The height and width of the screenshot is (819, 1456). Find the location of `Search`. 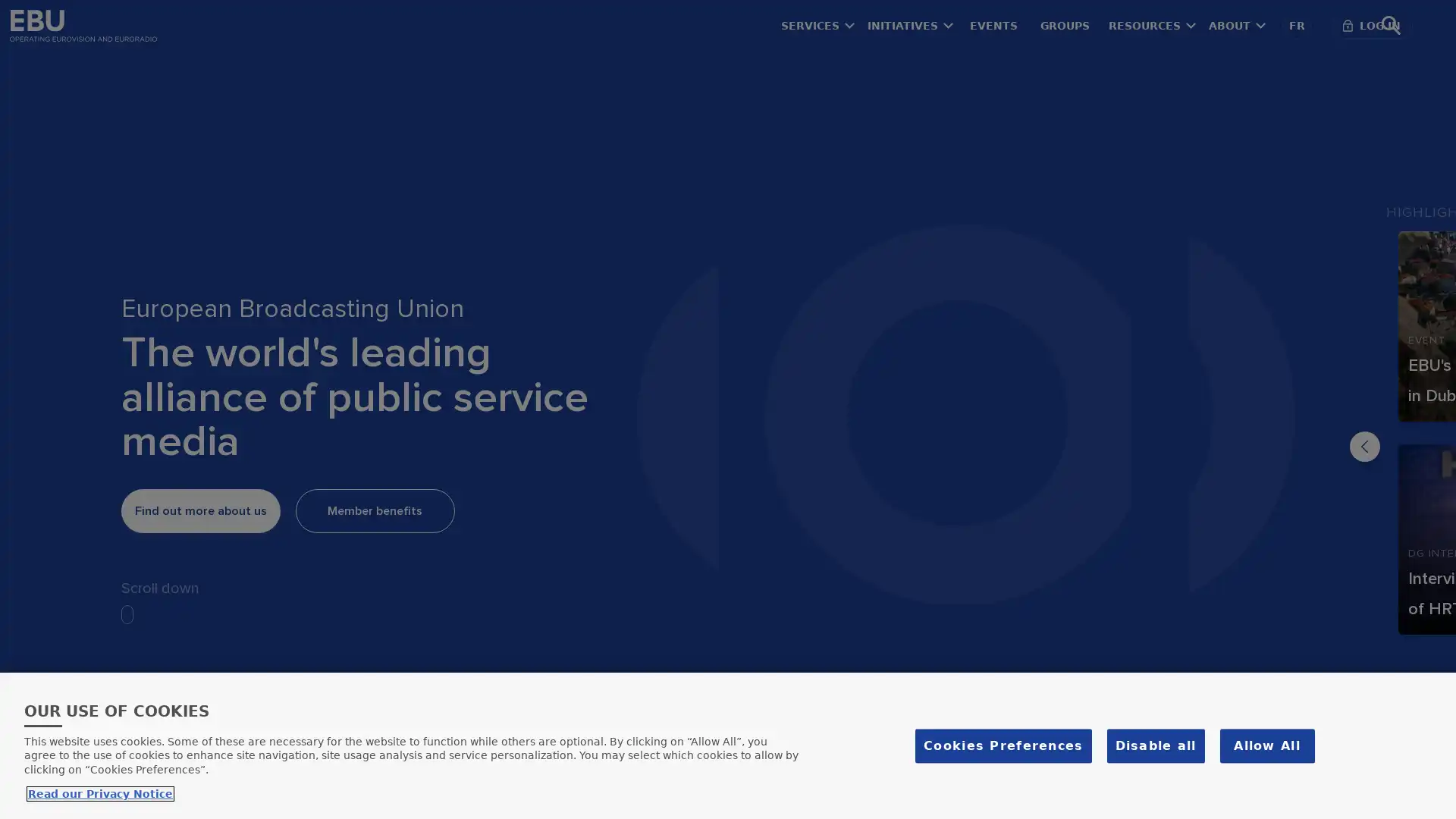

Search is located at coordinates (1434, 25).